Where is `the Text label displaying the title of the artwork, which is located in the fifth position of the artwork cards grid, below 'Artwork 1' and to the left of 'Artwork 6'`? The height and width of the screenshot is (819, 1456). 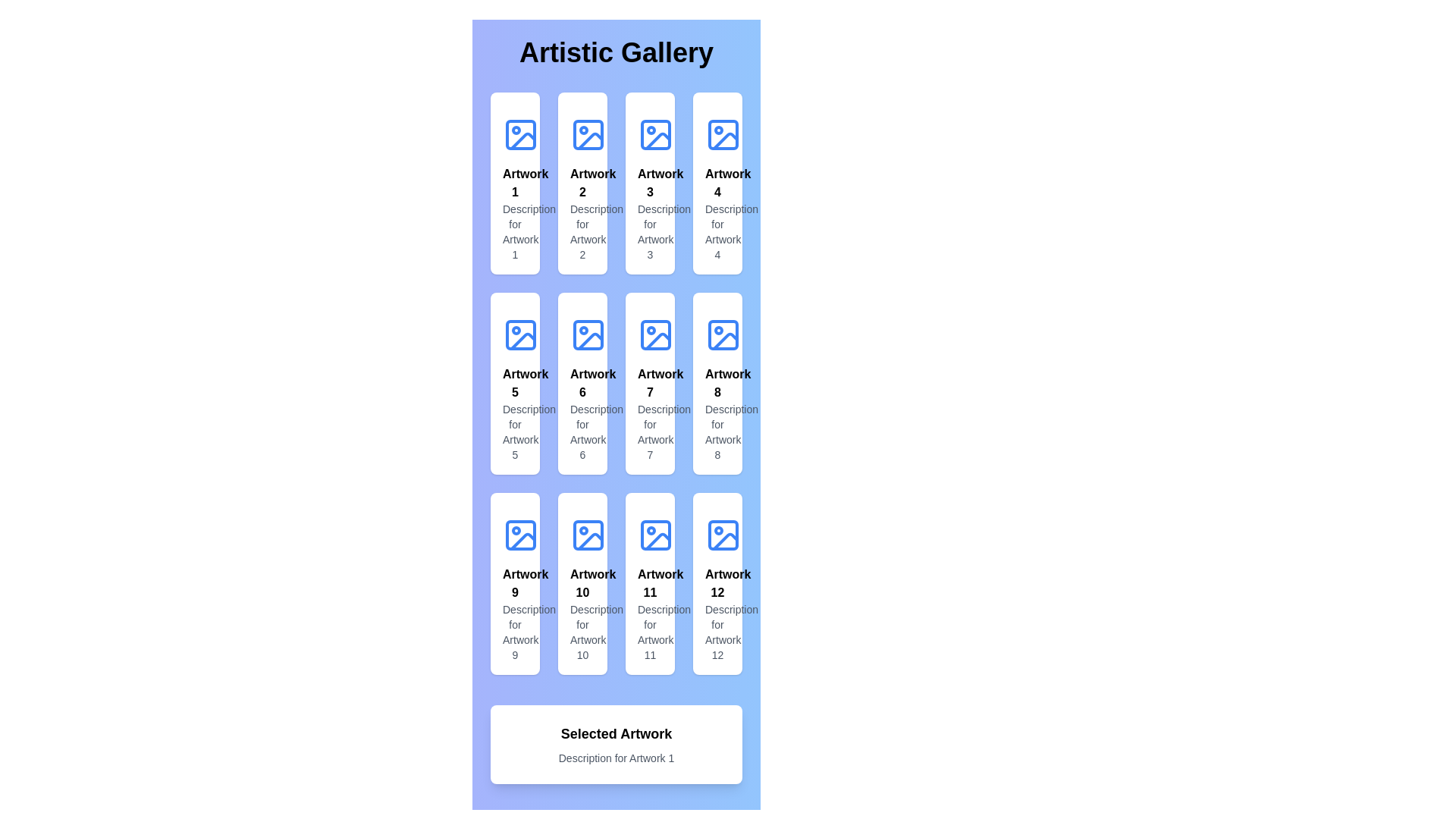
the Text label displaying the title of the artwork, which is located in the fifth position of the artwork cards grid, below 'Artwork 1' and to the left of 'Artwork 6' is located at coordinates (515, 382).